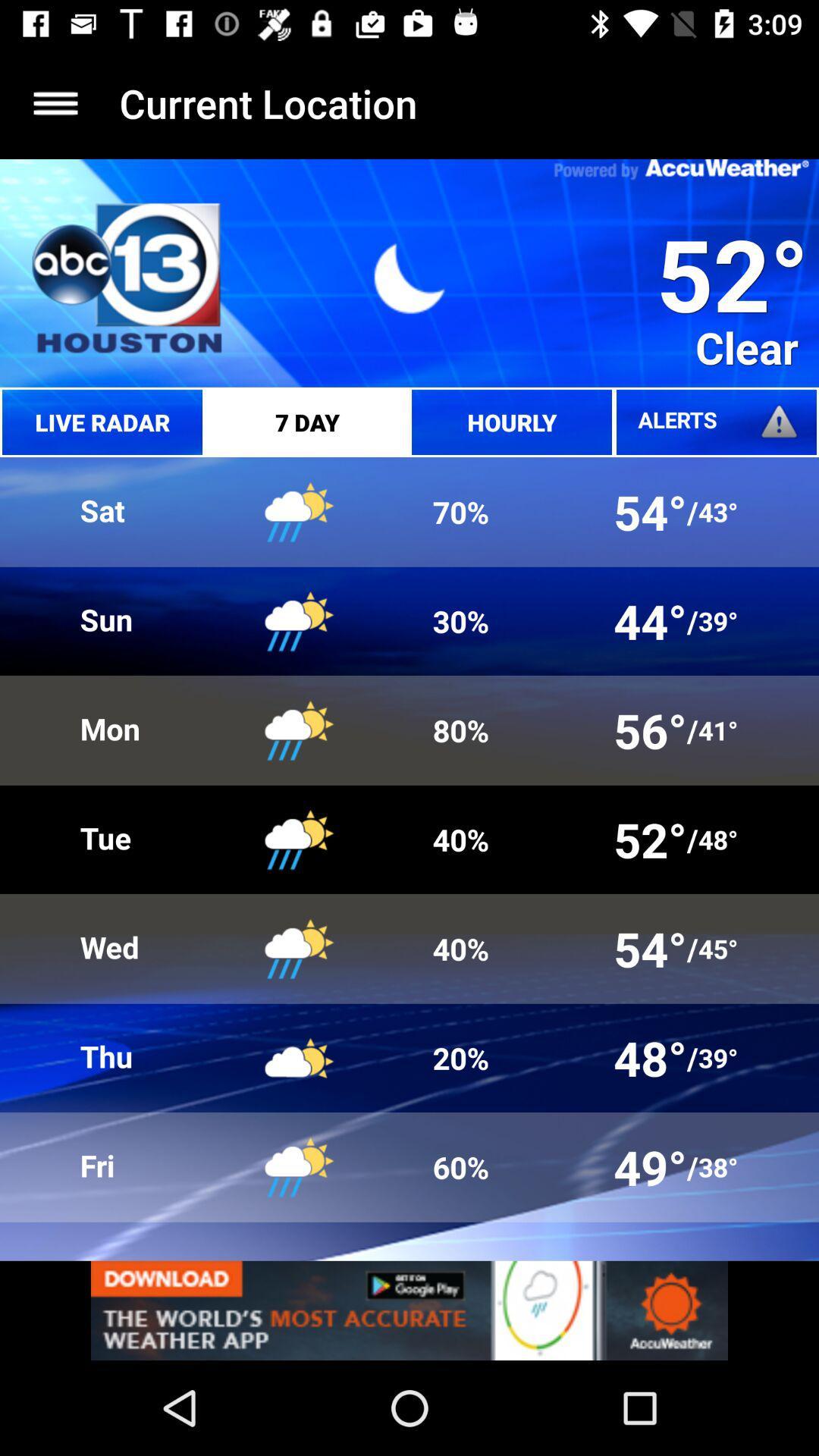  Describe the element at coordinates (55, 102) in the screenshot. I see `expand menu` at that location.